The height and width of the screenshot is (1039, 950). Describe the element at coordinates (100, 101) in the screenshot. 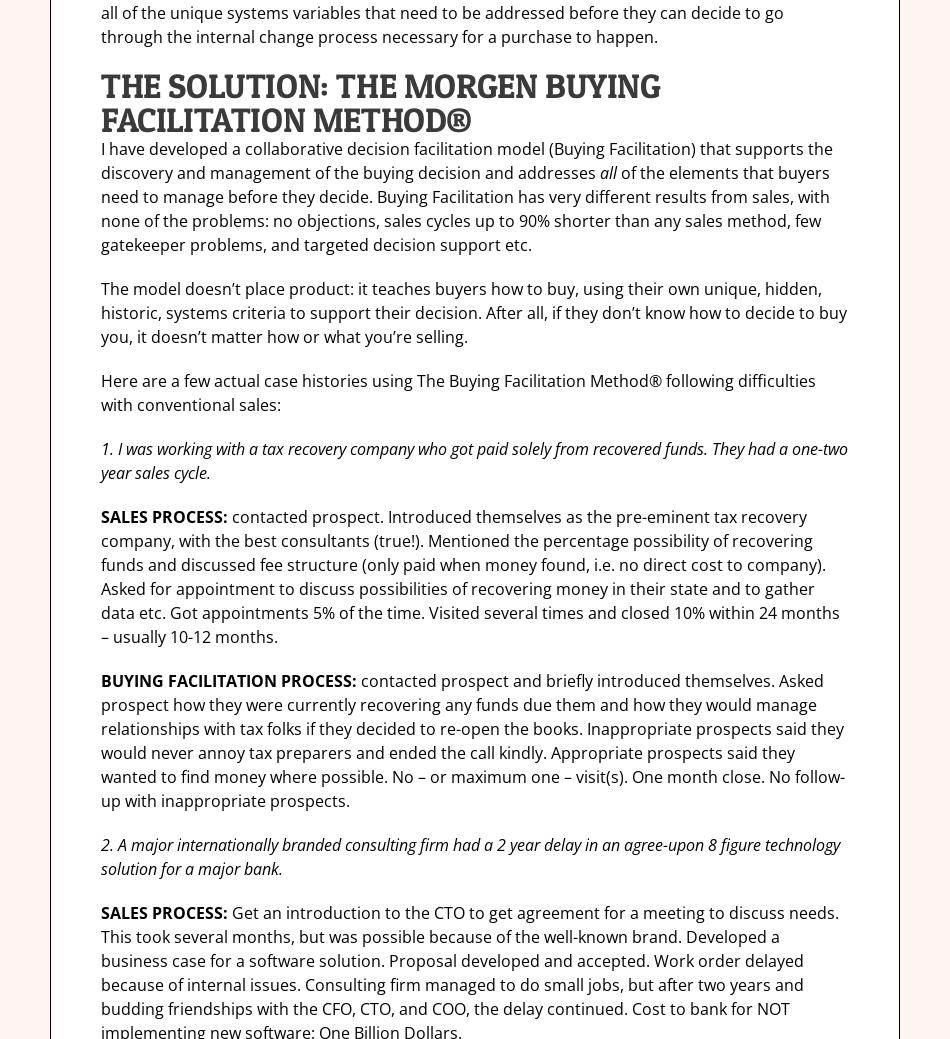

I see `'THE SOLUTION: THE MORGEN BUYING FACILITATION METHOD®'` at that location.